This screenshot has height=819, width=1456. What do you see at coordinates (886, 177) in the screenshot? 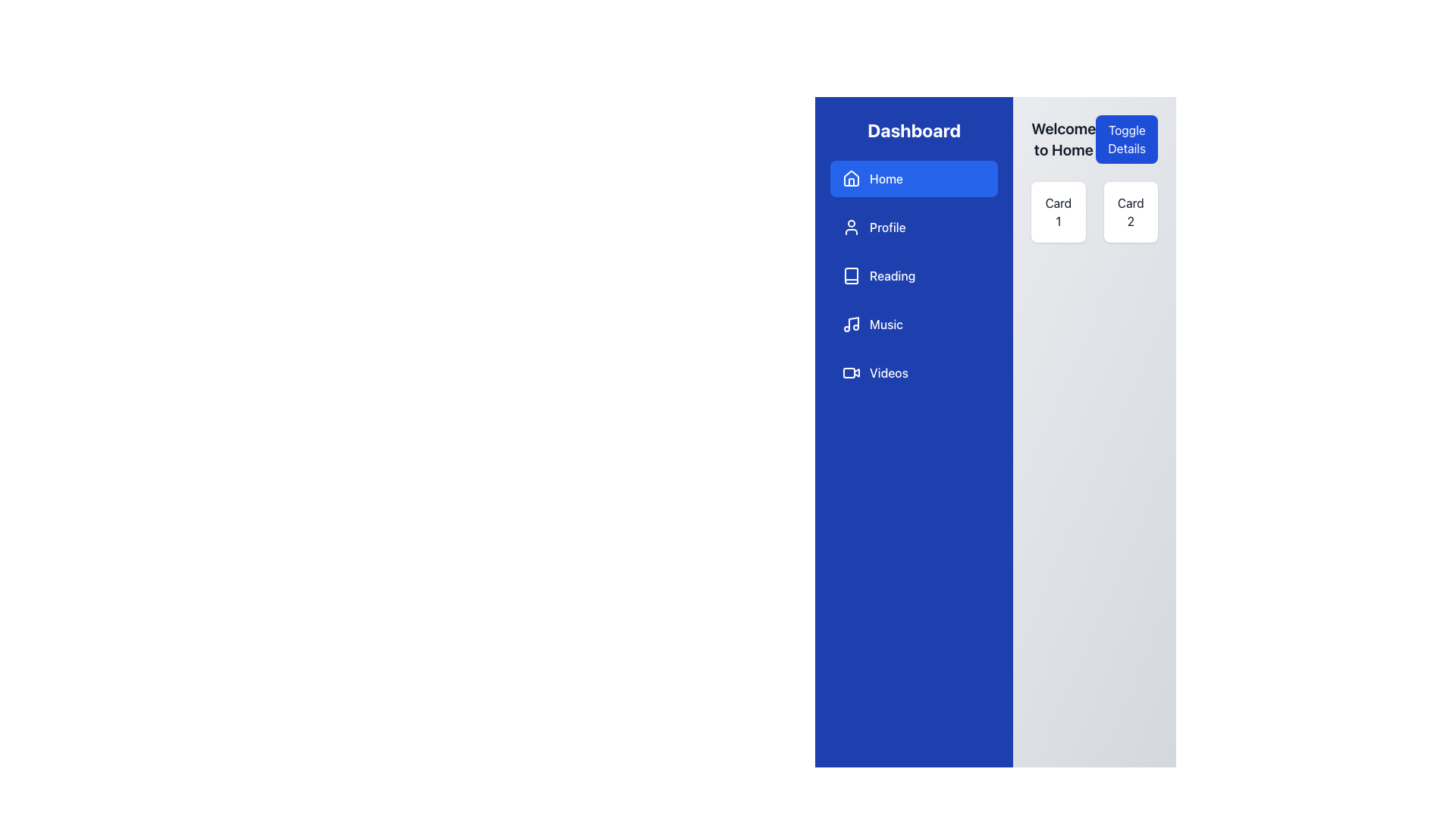
I see `the 'Home' label` at bounding box center [886, 177].